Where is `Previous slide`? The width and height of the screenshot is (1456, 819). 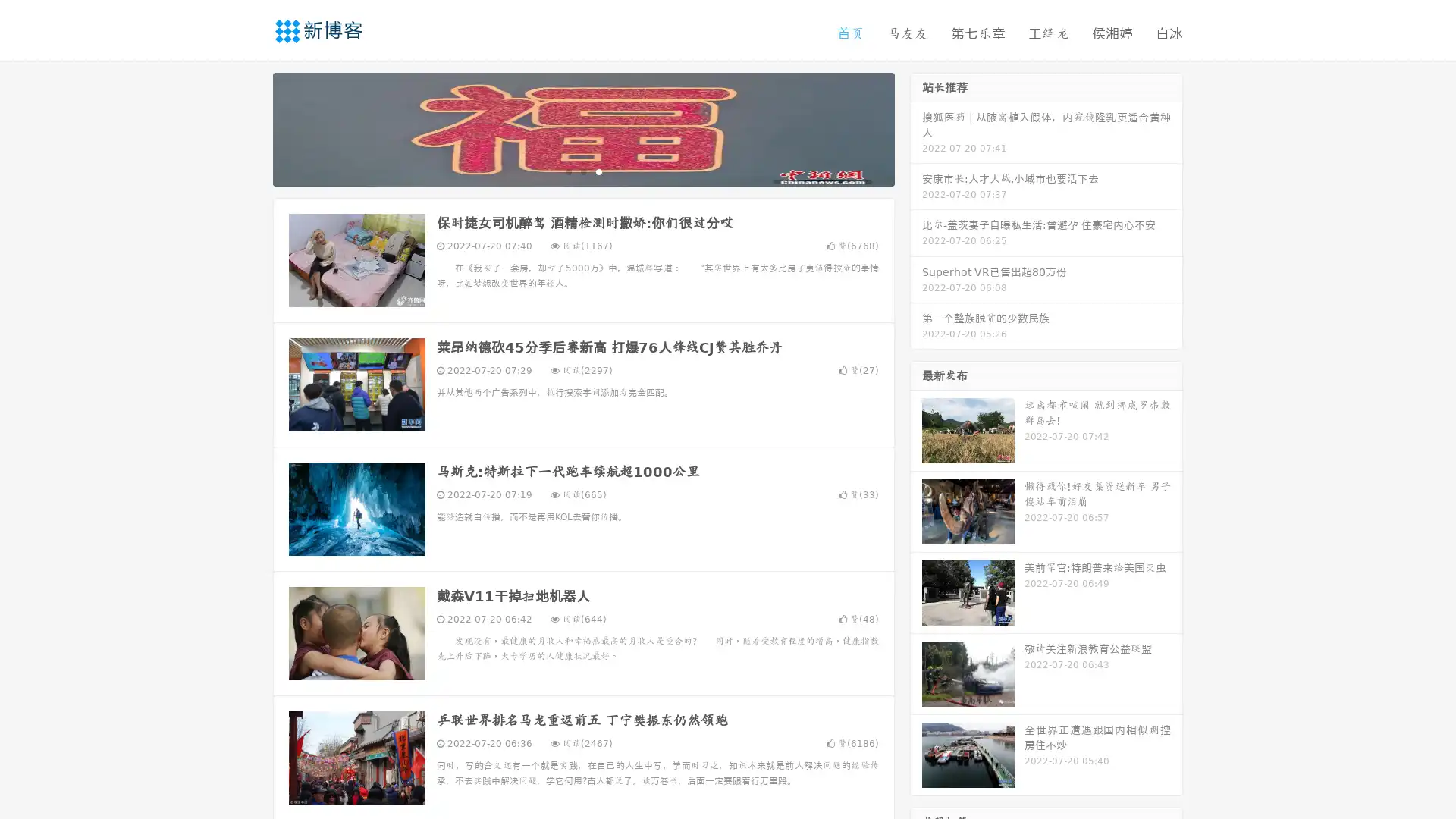
Previous slide is located at coordinates (250, 127).